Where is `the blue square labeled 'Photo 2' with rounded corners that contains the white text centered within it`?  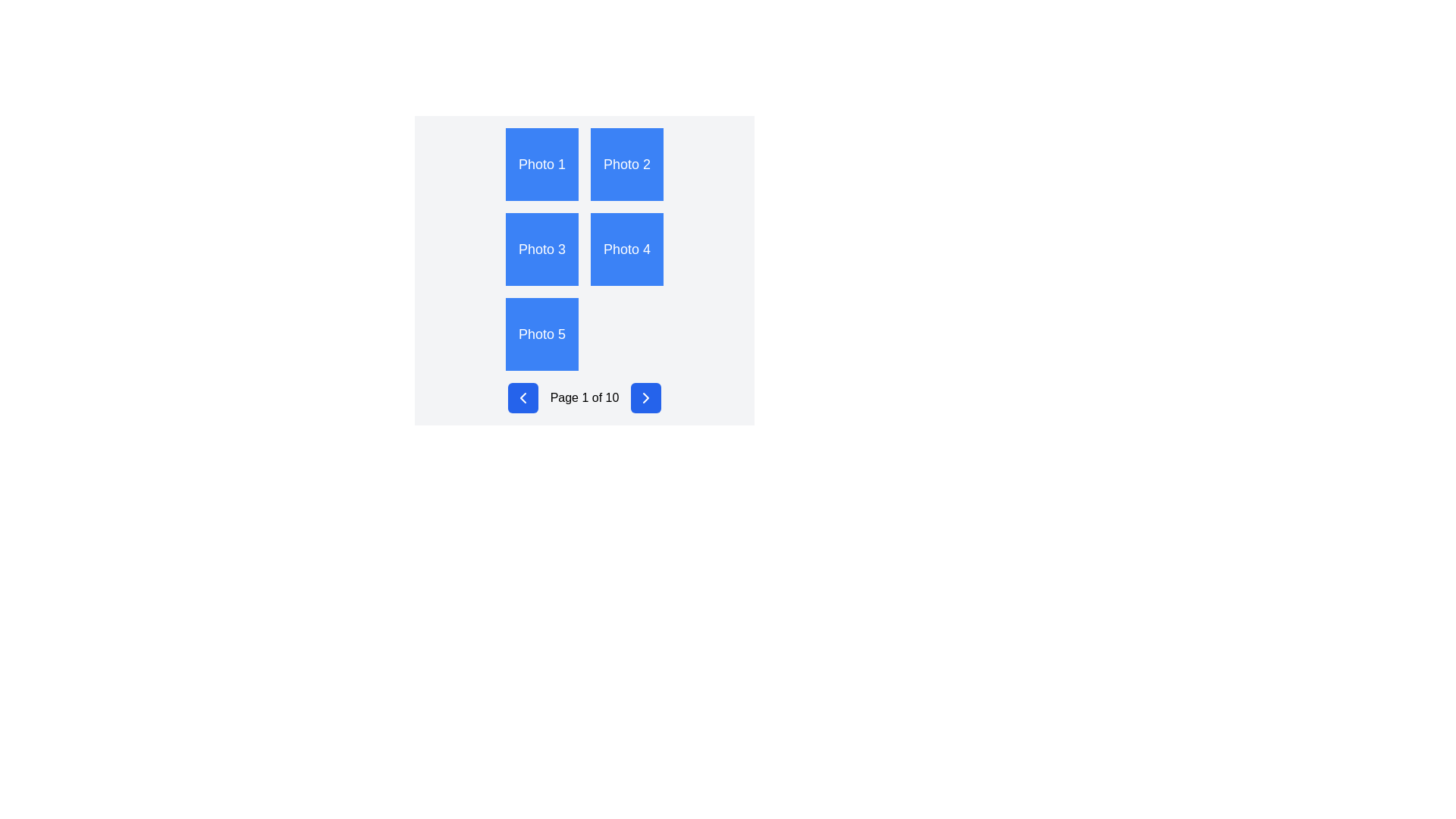
the blue square labeled 'Photo 2' with rounded corners that contains the white text centered within it is located at coordinates (626, 164).